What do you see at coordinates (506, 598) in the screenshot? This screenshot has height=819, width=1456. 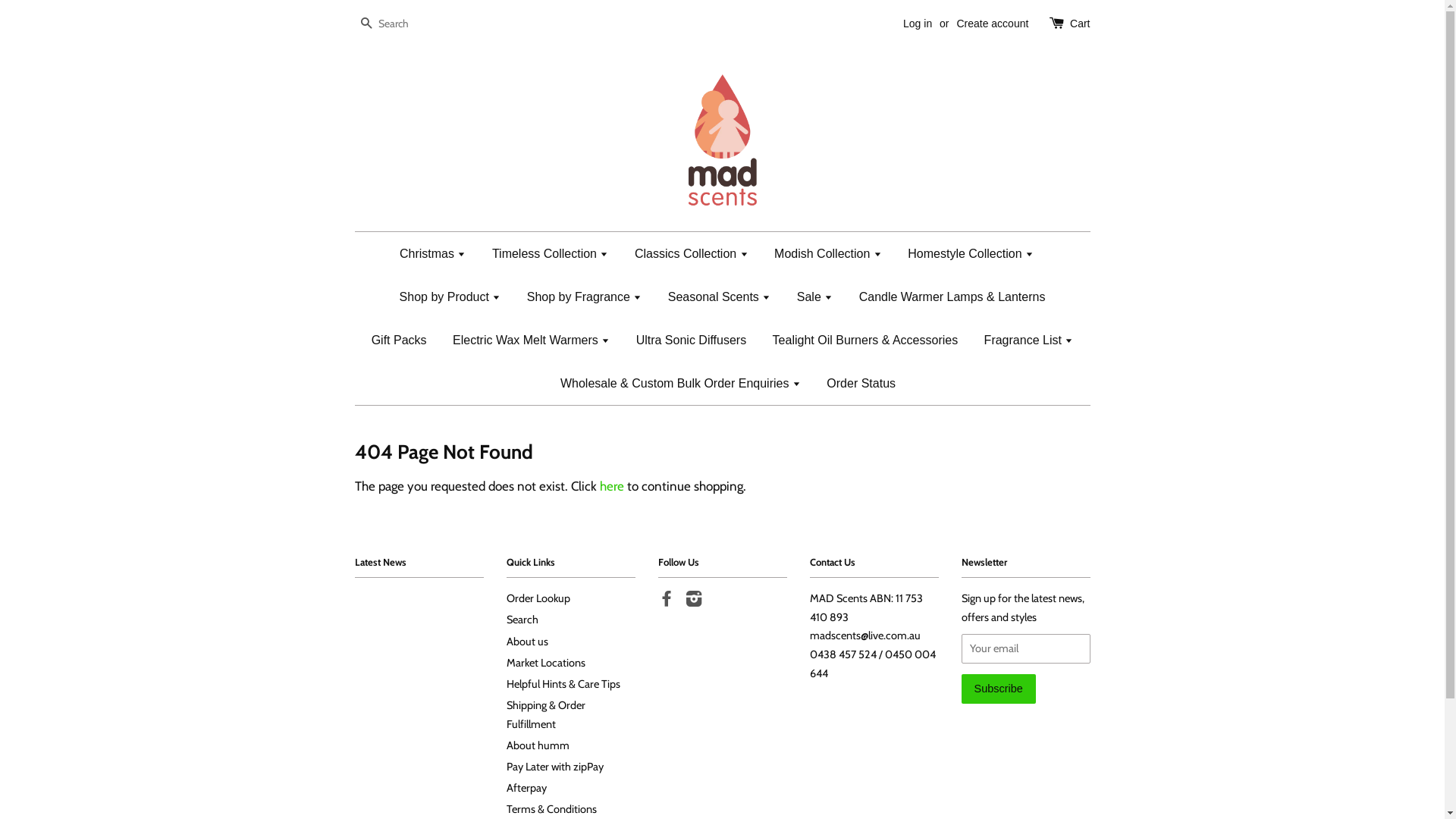 I see `'Order Lookup'` at bounding box center [506, 598].